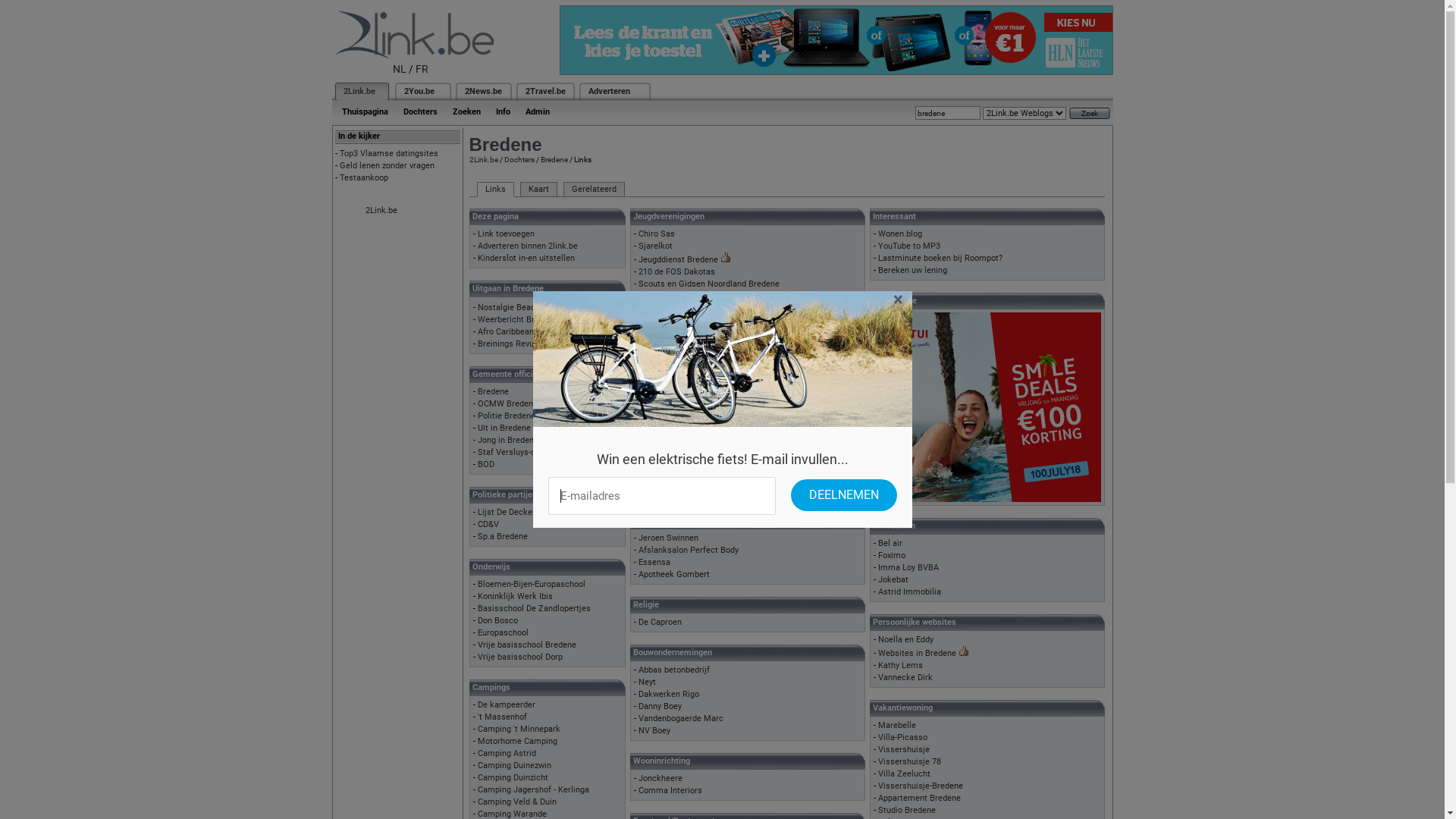  I want to click on 'Danny Boey', so click(660, 706).